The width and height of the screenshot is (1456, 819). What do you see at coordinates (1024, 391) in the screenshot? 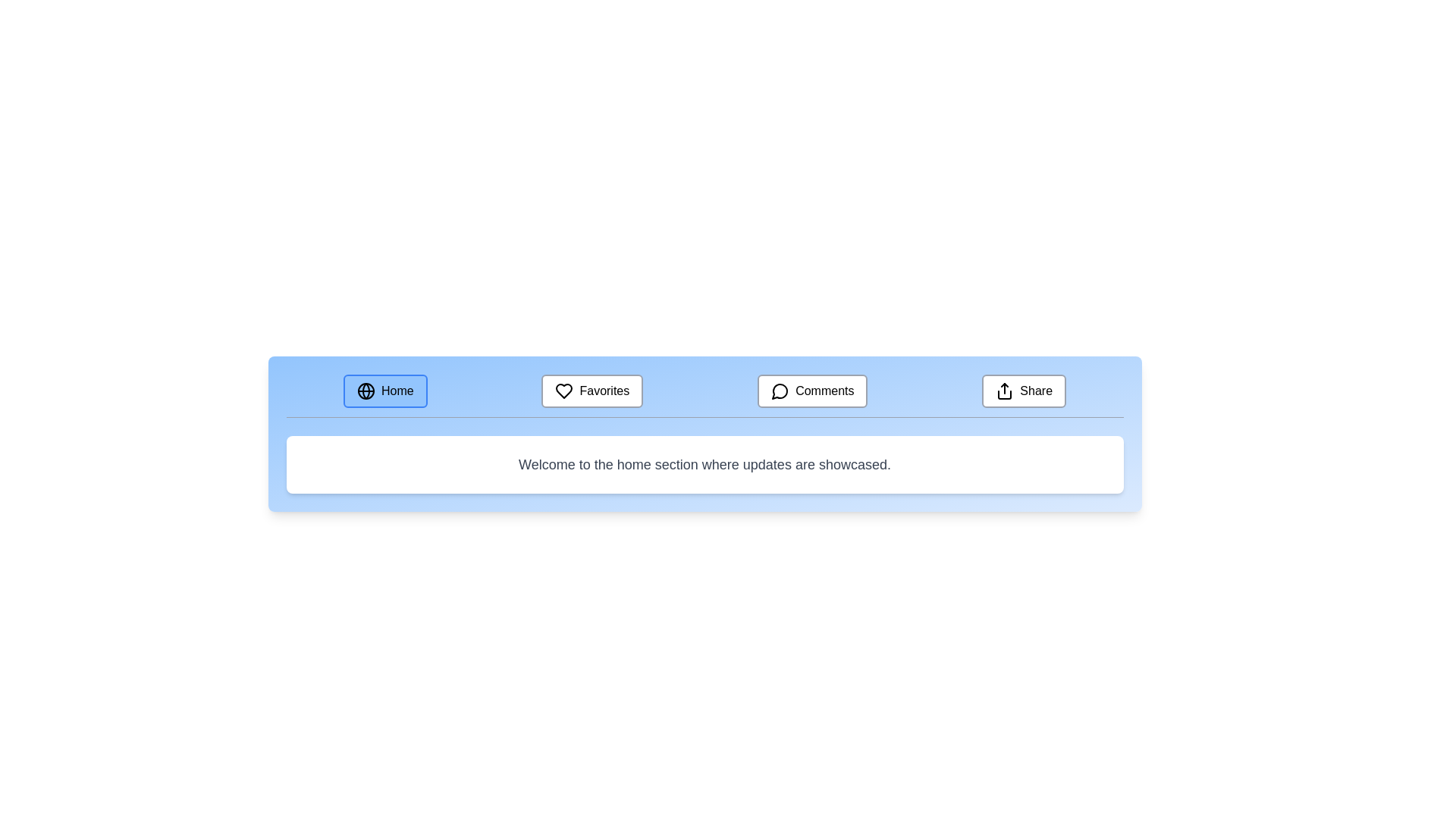
I see `the Share tab by clicking on it` at bounding box center [1024, 391].